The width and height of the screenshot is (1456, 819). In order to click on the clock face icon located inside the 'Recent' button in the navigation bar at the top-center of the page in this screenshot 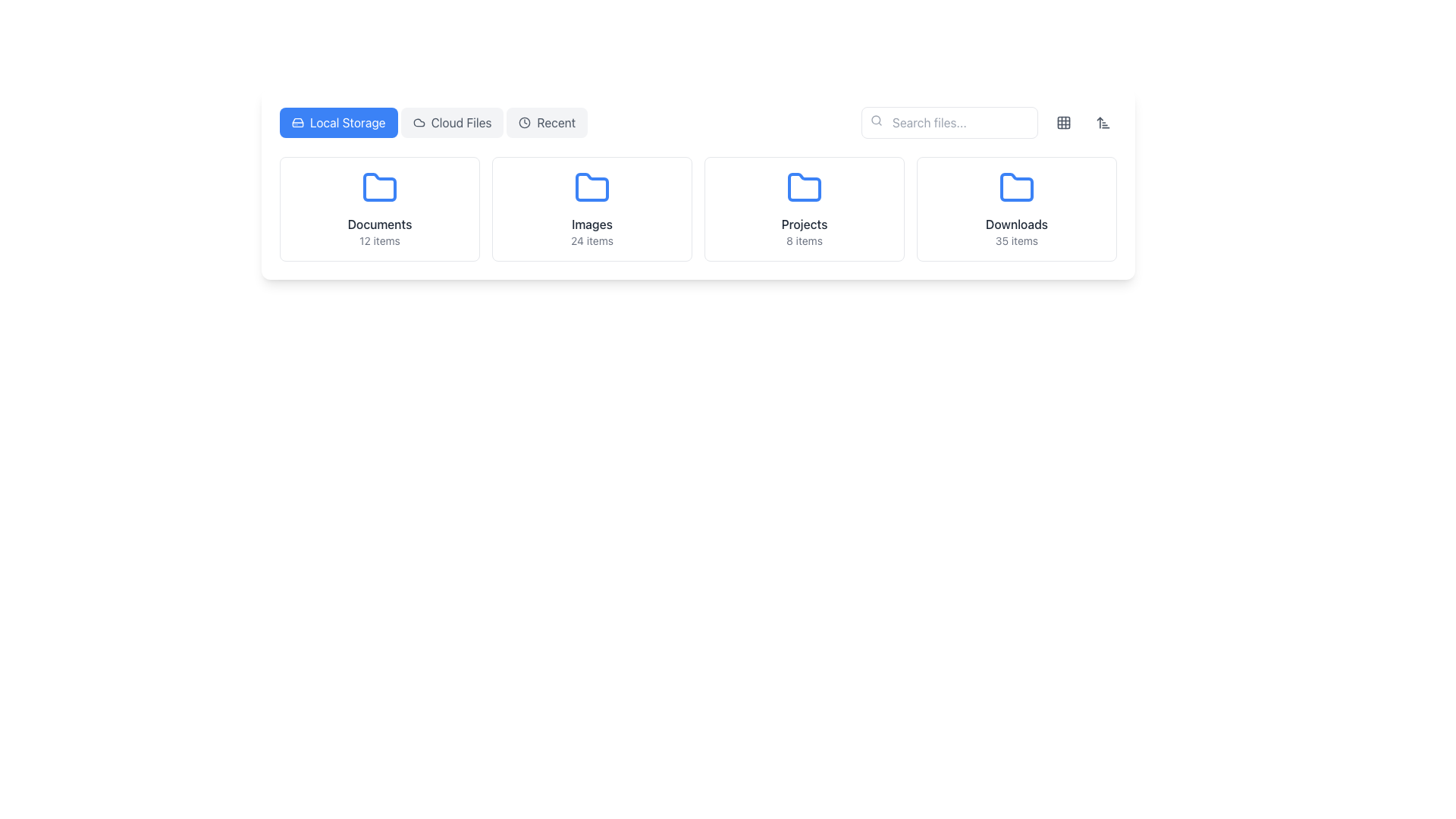, I will do `click(525, 122)`.